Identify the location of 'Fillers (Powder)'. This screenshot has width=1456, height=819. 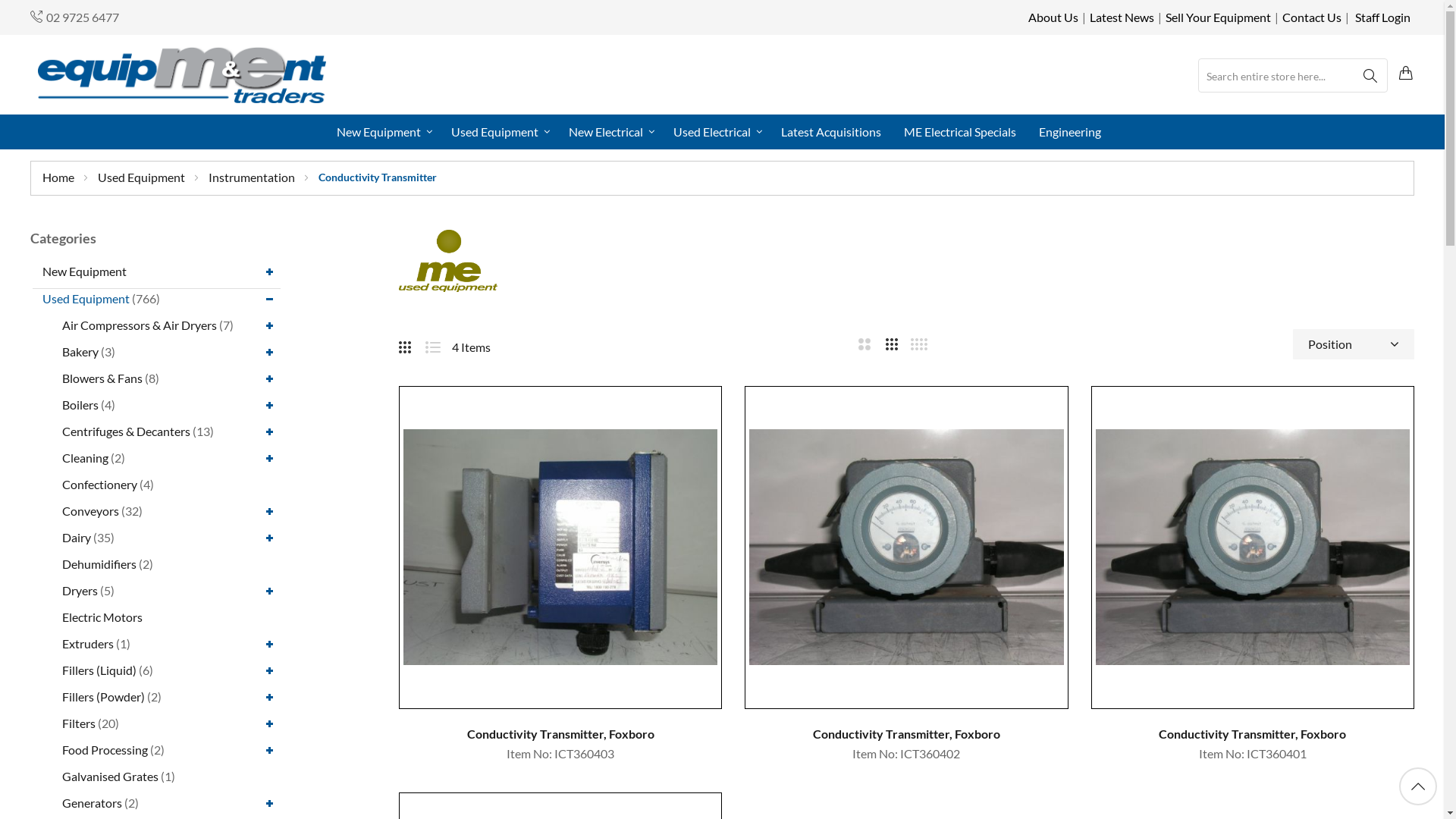
(102, 695).